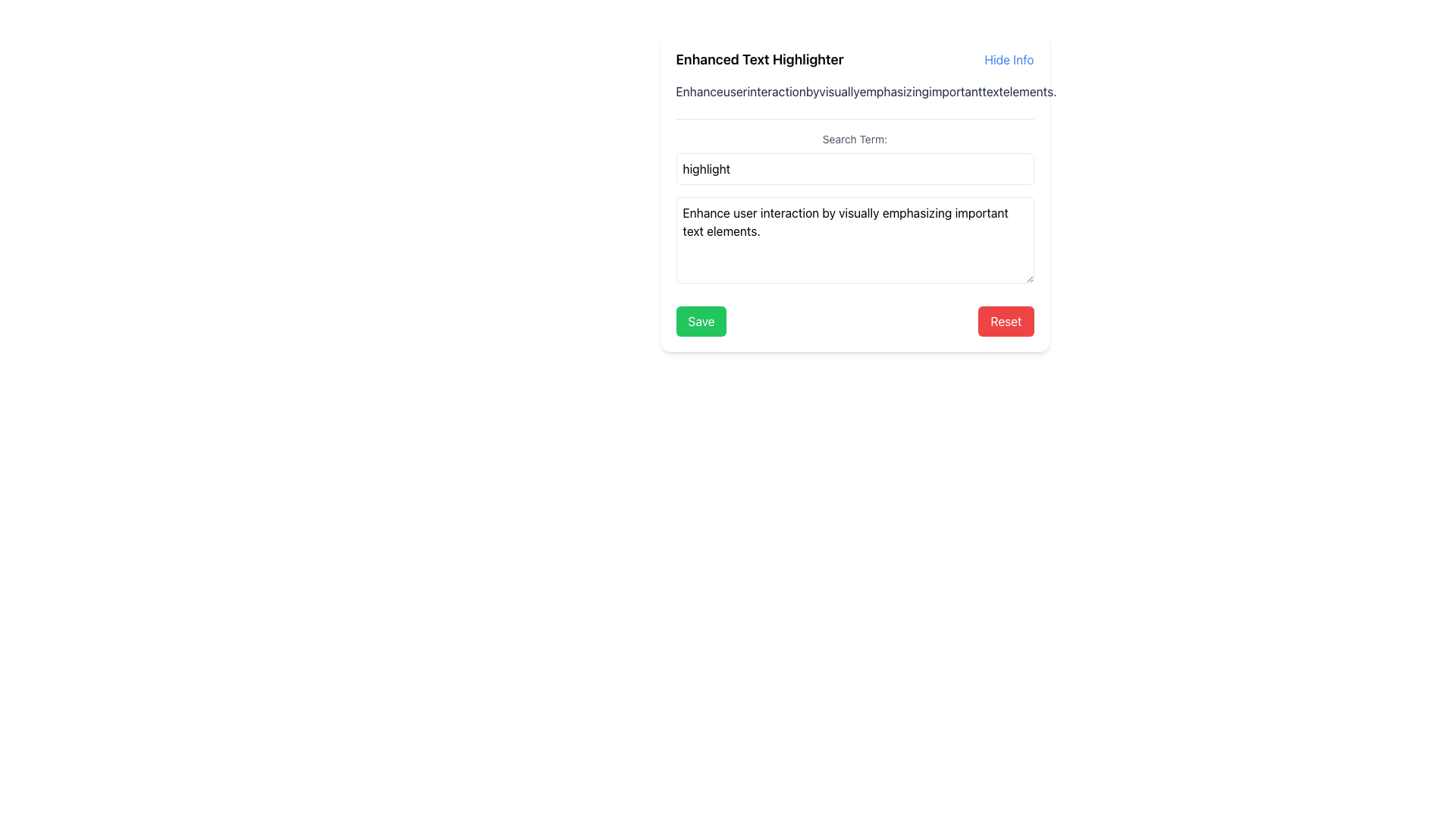 This screenshot has height=819, width=1456. What do you see at coordinates (955, 91) in the screenshot?
I see `the text label that reads 'important', which is the seventh word in the sentence 'Enhance user interaction by visually emphasizing important text elements.'` at bounding box center [955, 91].